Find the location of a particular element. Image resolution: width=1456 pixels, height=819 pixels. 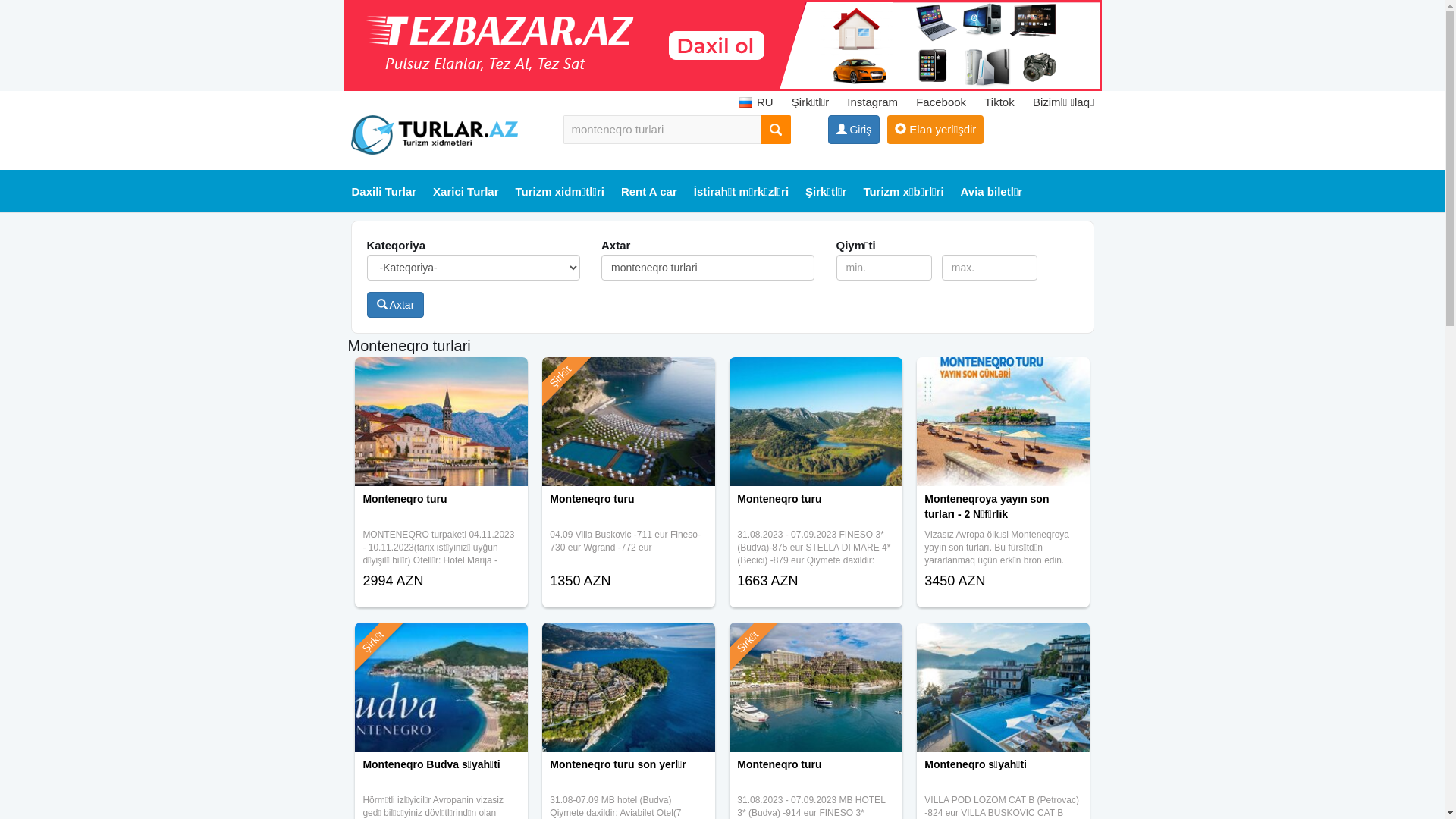

'max.' is located at coordinates (990, 267).